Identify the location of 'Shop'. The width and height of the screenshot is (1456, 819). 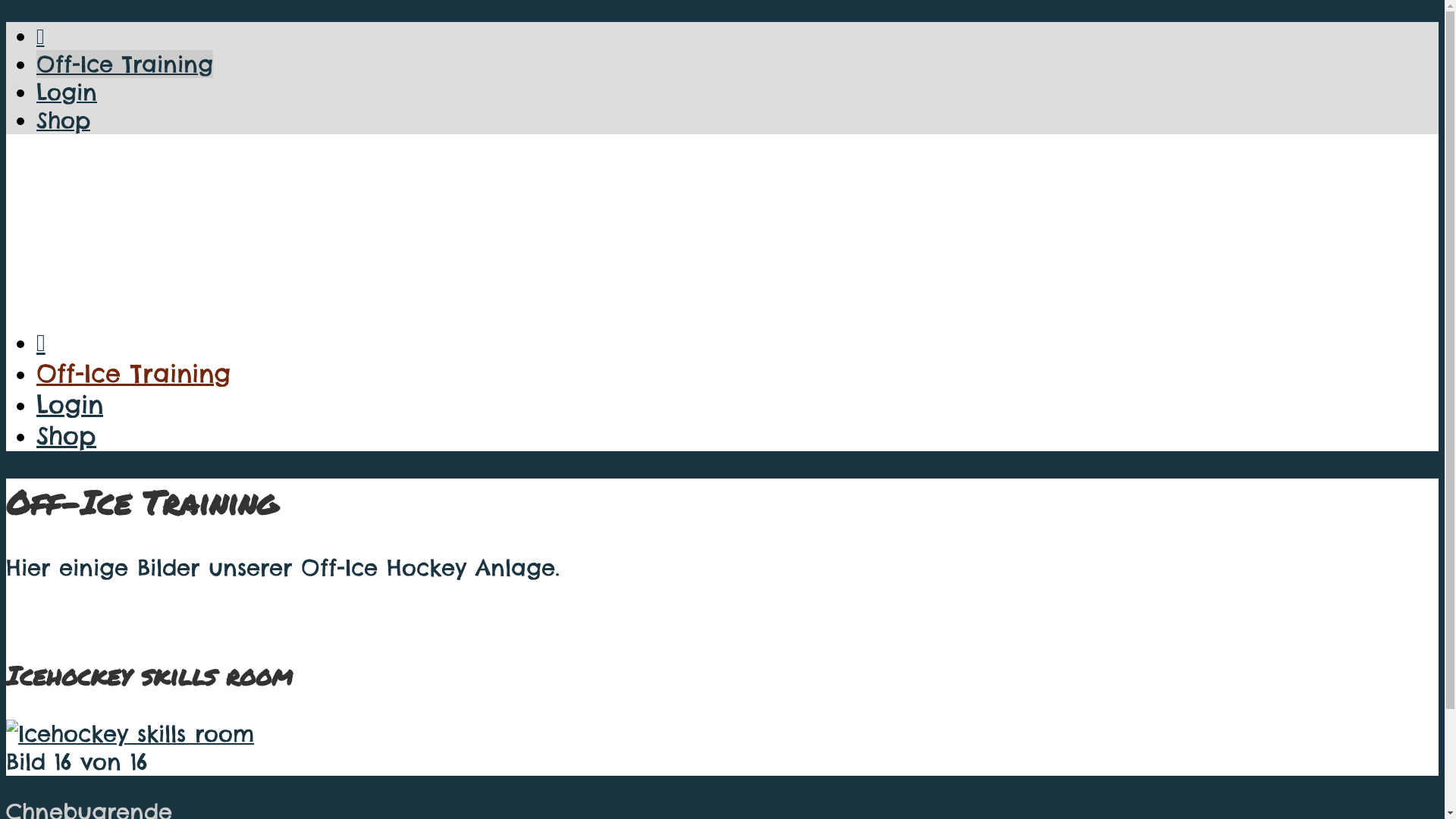
(36, 119).